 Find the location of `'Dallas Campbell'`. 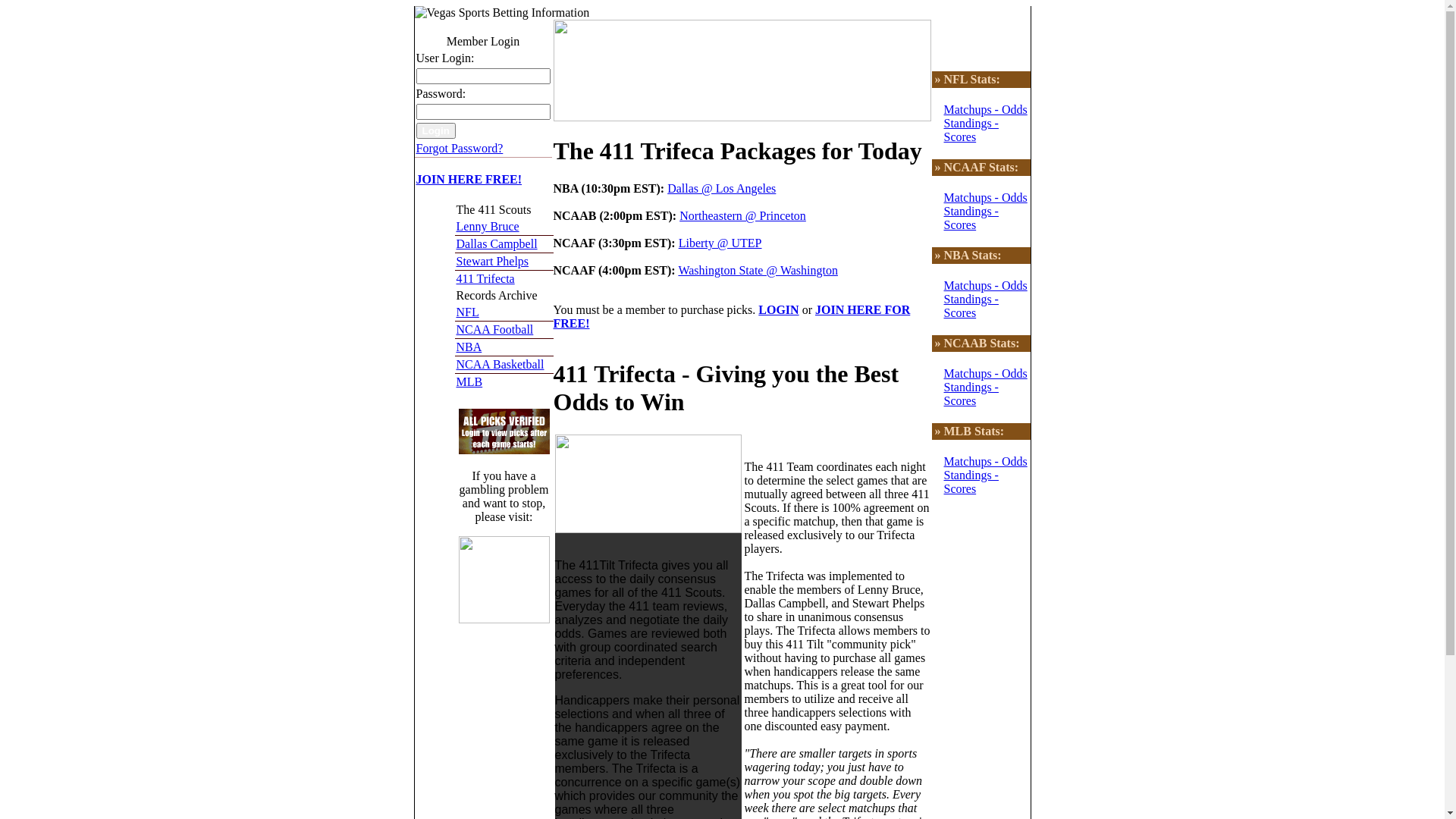

'Dallas Campbell' is located at coordinates (455, 243).